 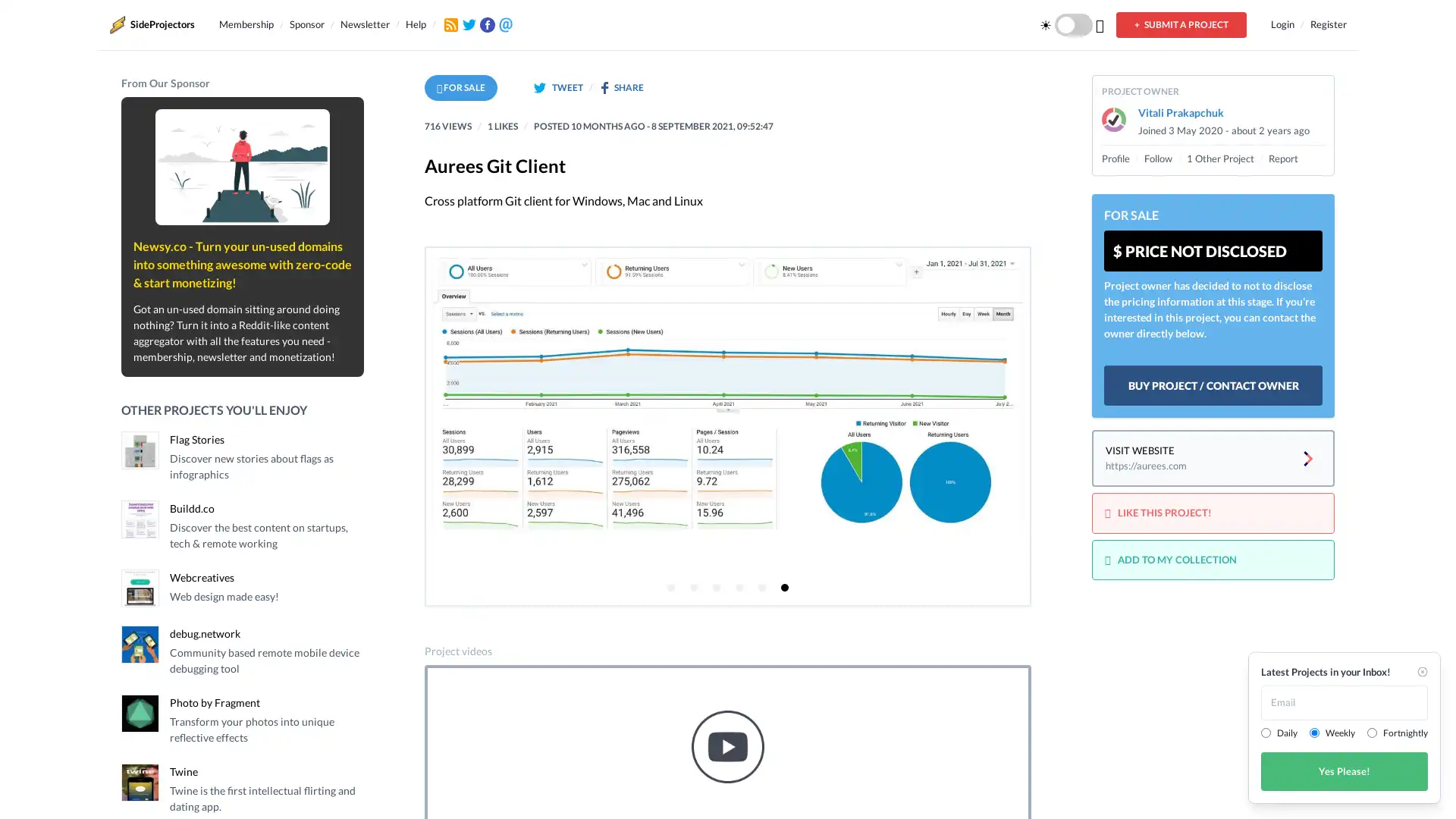 What do you see at coordinates (1212, 512) in the screenshot?
I see `LIKE THIS PROJECT!` at bounding box center [1212, 512].